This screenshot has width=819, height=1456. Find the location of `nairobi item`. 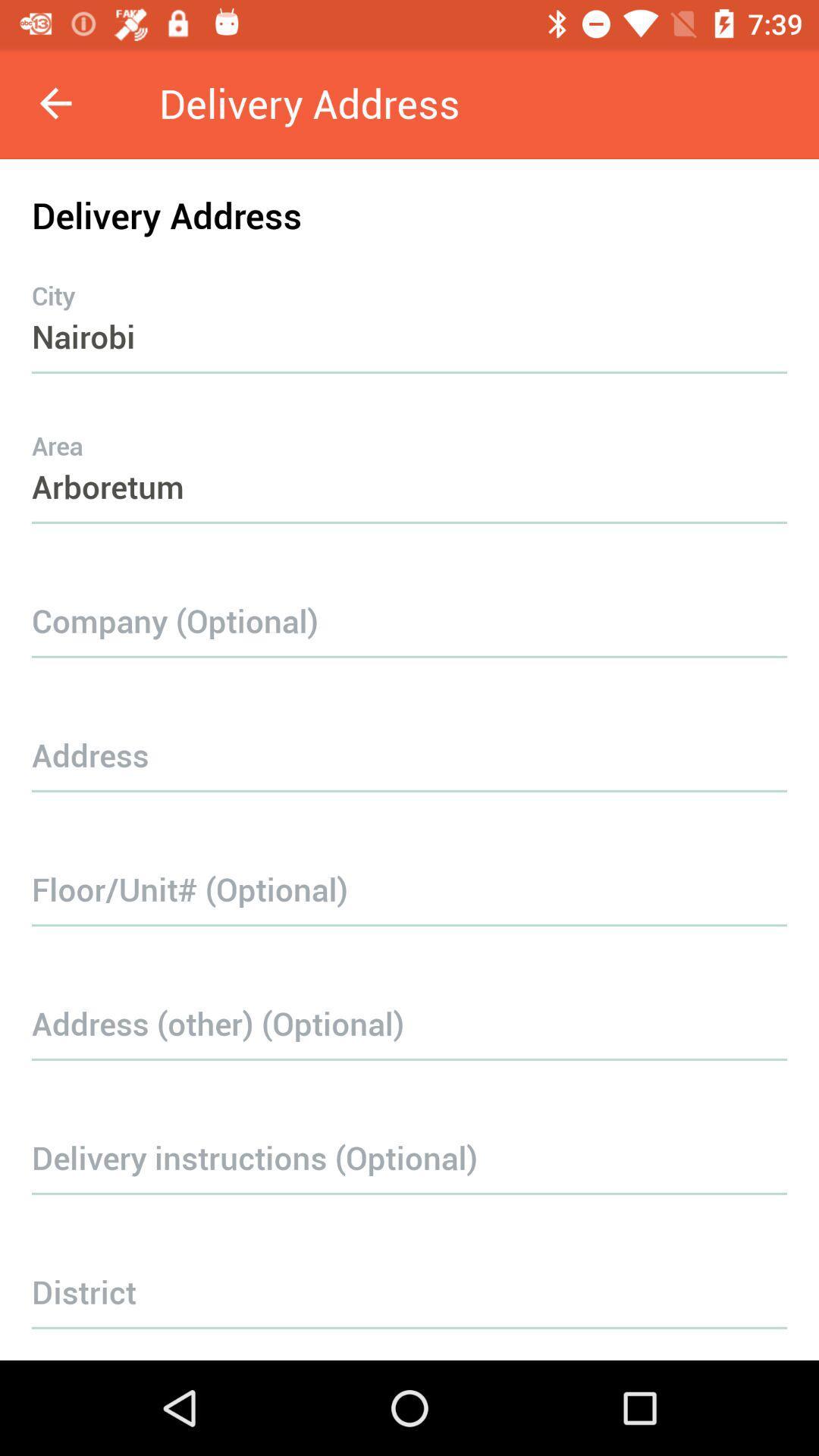

nairobi item is located at coordinates (409, 306).